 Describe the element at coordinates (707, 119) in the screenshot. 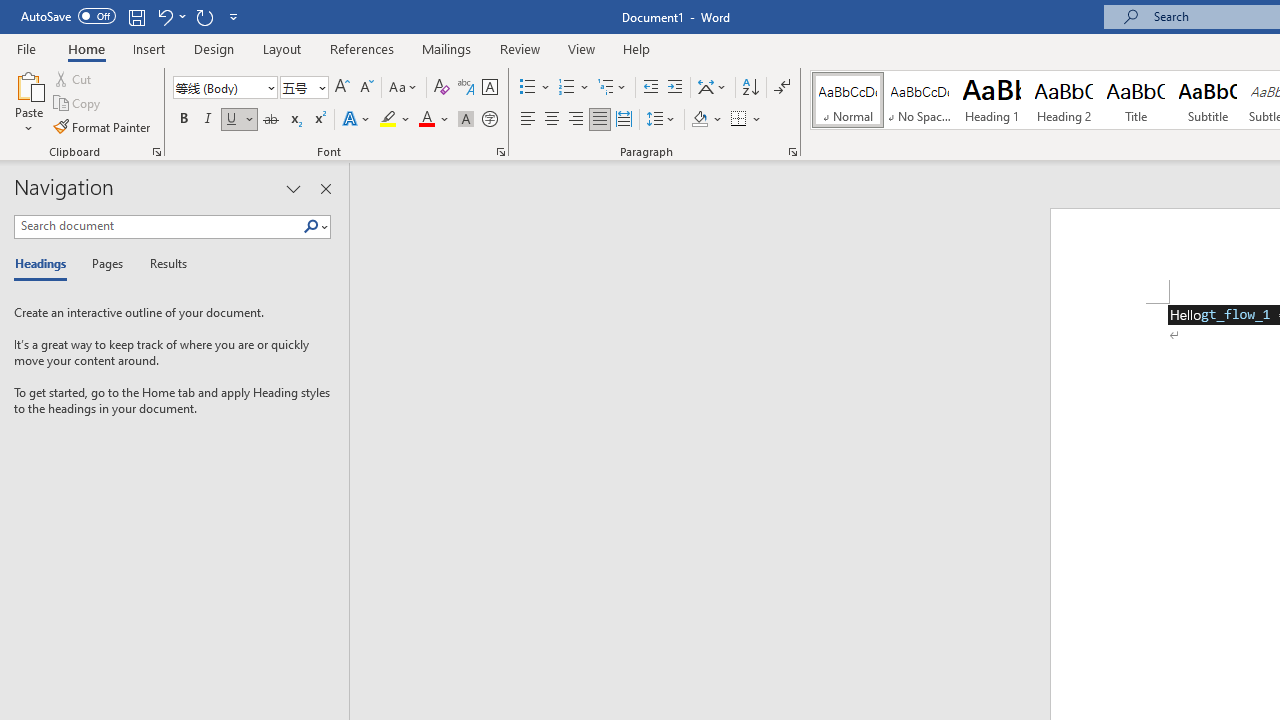

I see `'Shading'` at that location.